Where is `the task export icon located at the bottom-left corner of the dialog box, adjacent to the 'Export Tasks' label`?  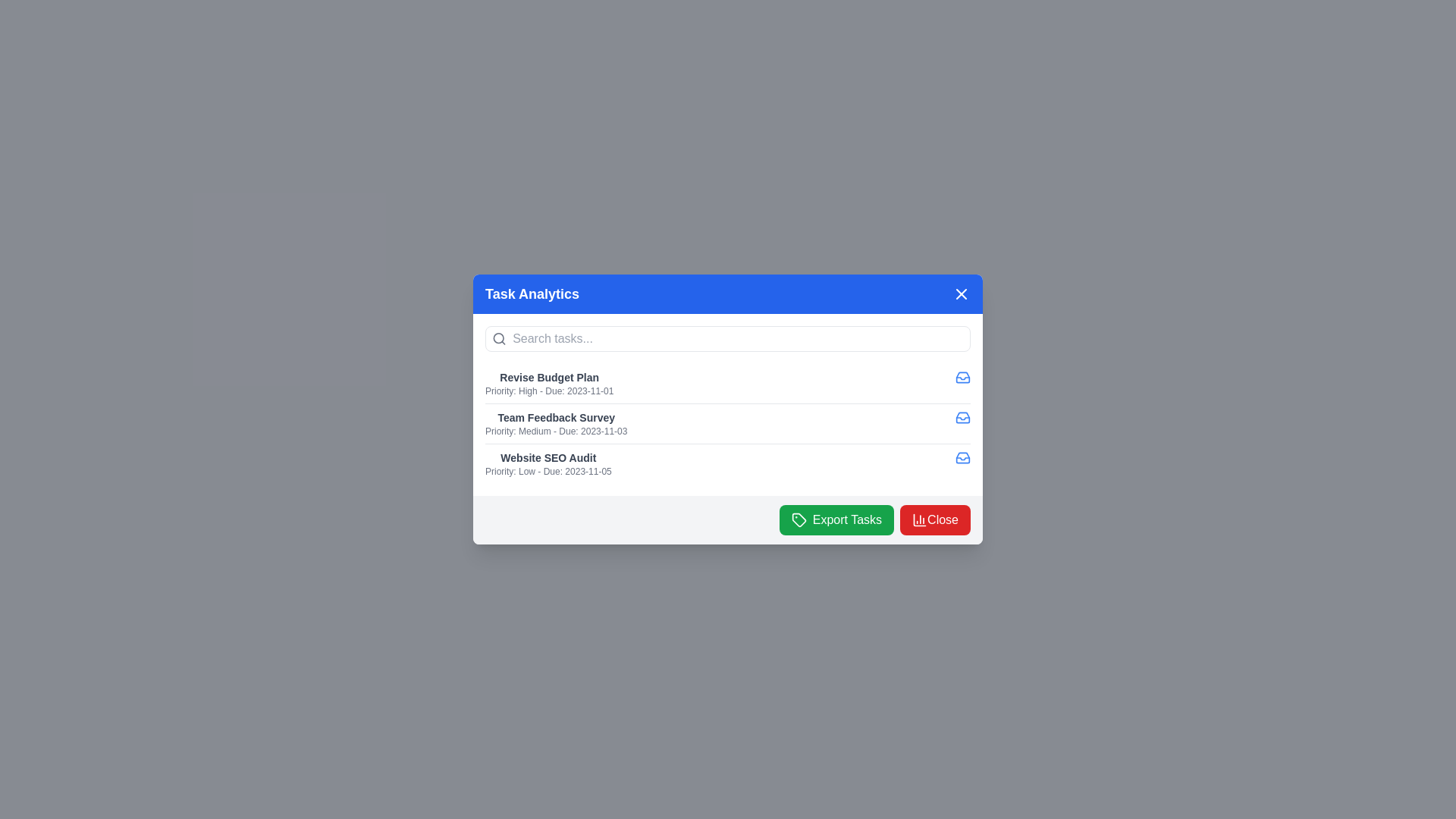
the task export icon located at the bottom-left corner of the dialog box, adjacent to the 'Export Tasks' label is located at coordinates (798, 519).